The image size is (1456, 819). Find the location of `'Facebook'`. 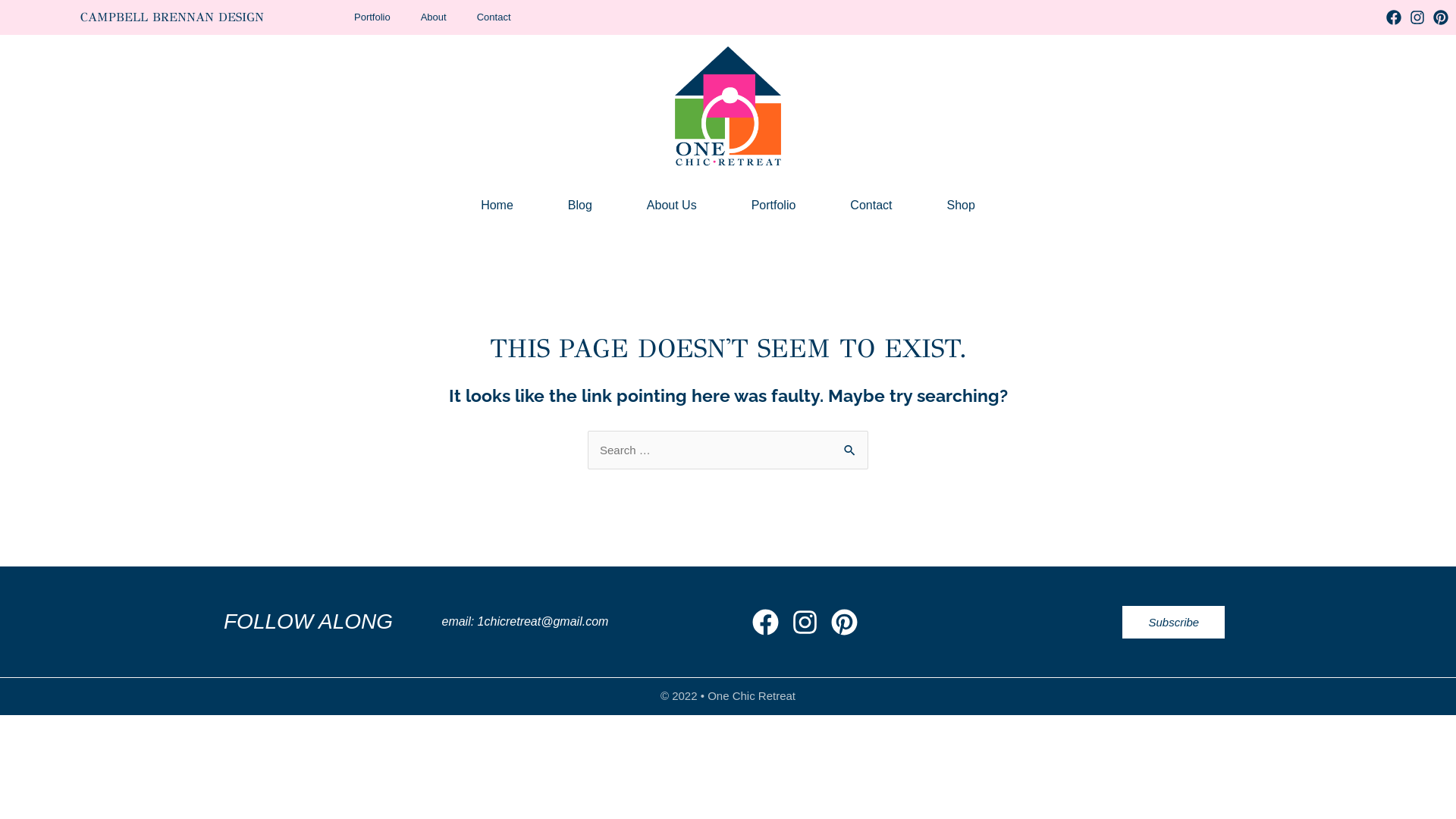

'Facebook' is located at coordinates (1394, 17).